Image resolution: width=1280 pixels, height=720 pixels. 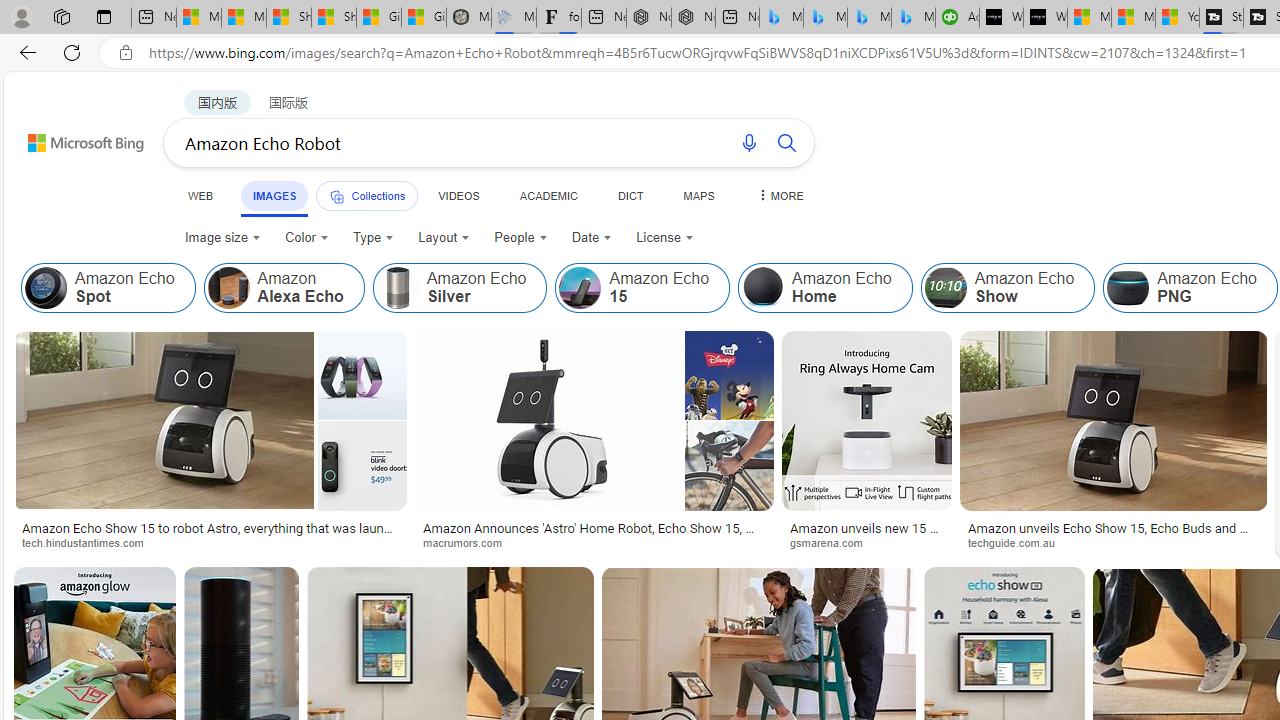 What do you see at coordinates (591, 236) in the screenshot?
I see `'Date'` at bounding box center [591, 236].